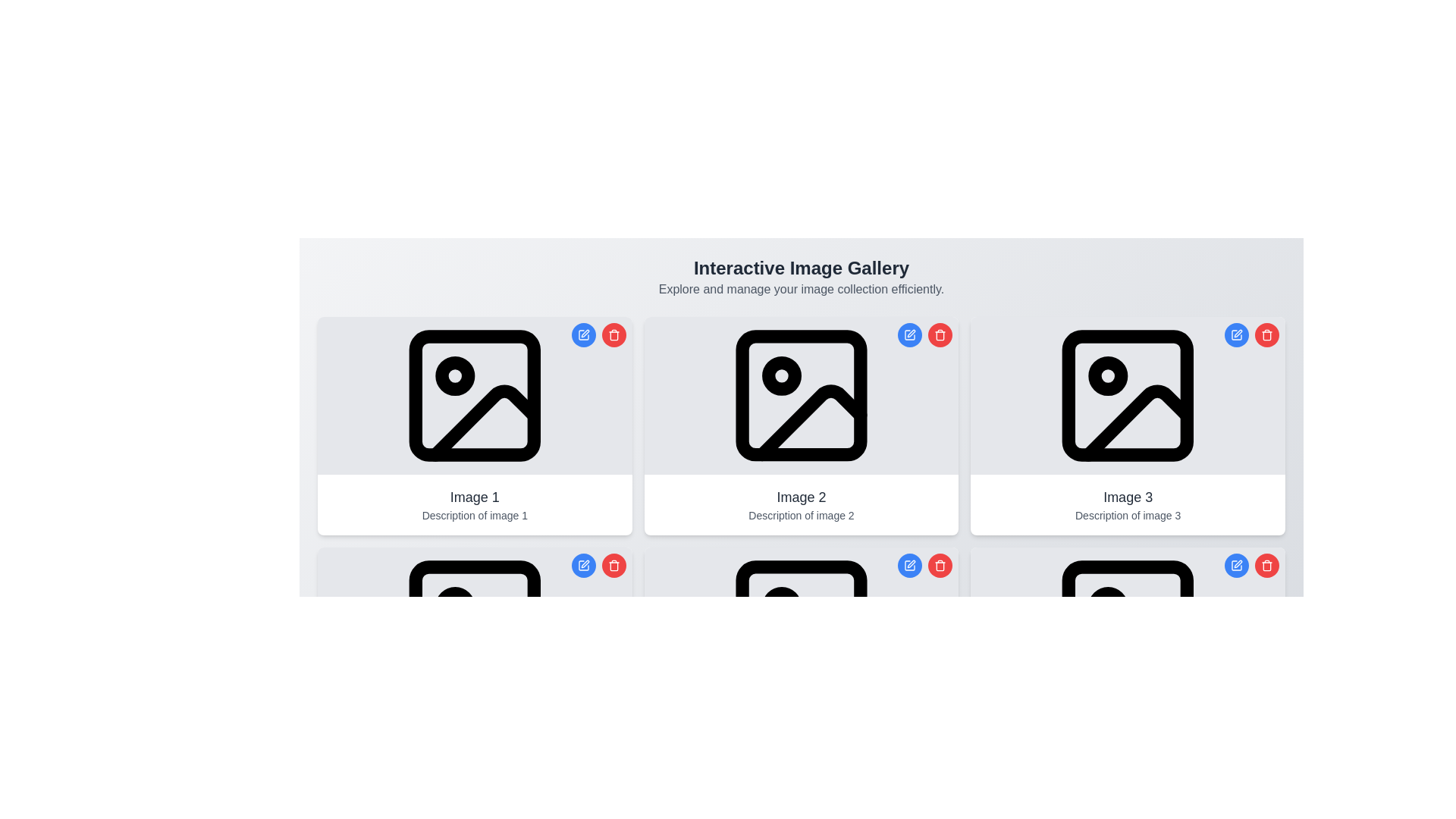 The image size is (1456, 819). Describe the element at coordinates (474, 505) in the screenshot. I see `the Label/Text Block that displays the bold title 'Image 1' and the description 'Description of image 1', which is centrally aligned within the lower section of the leftmost box` at that location.